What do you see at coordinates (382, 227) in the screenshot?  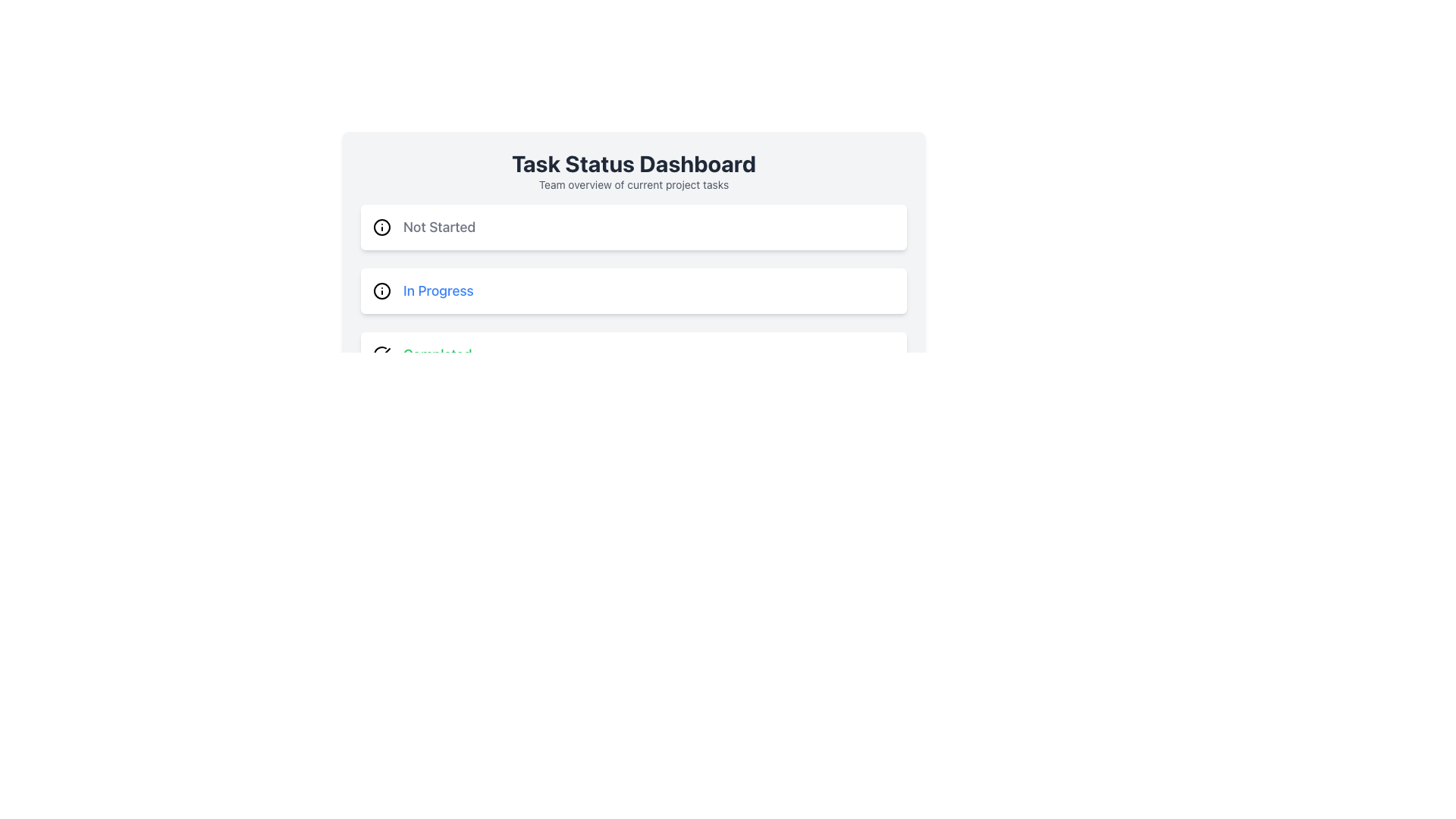 I see `the associated status information by clicking on the circular icon with a central dot and a vertical line segment below it, located in the 'Not Started' task status panel` at bounding box center [382, 227].